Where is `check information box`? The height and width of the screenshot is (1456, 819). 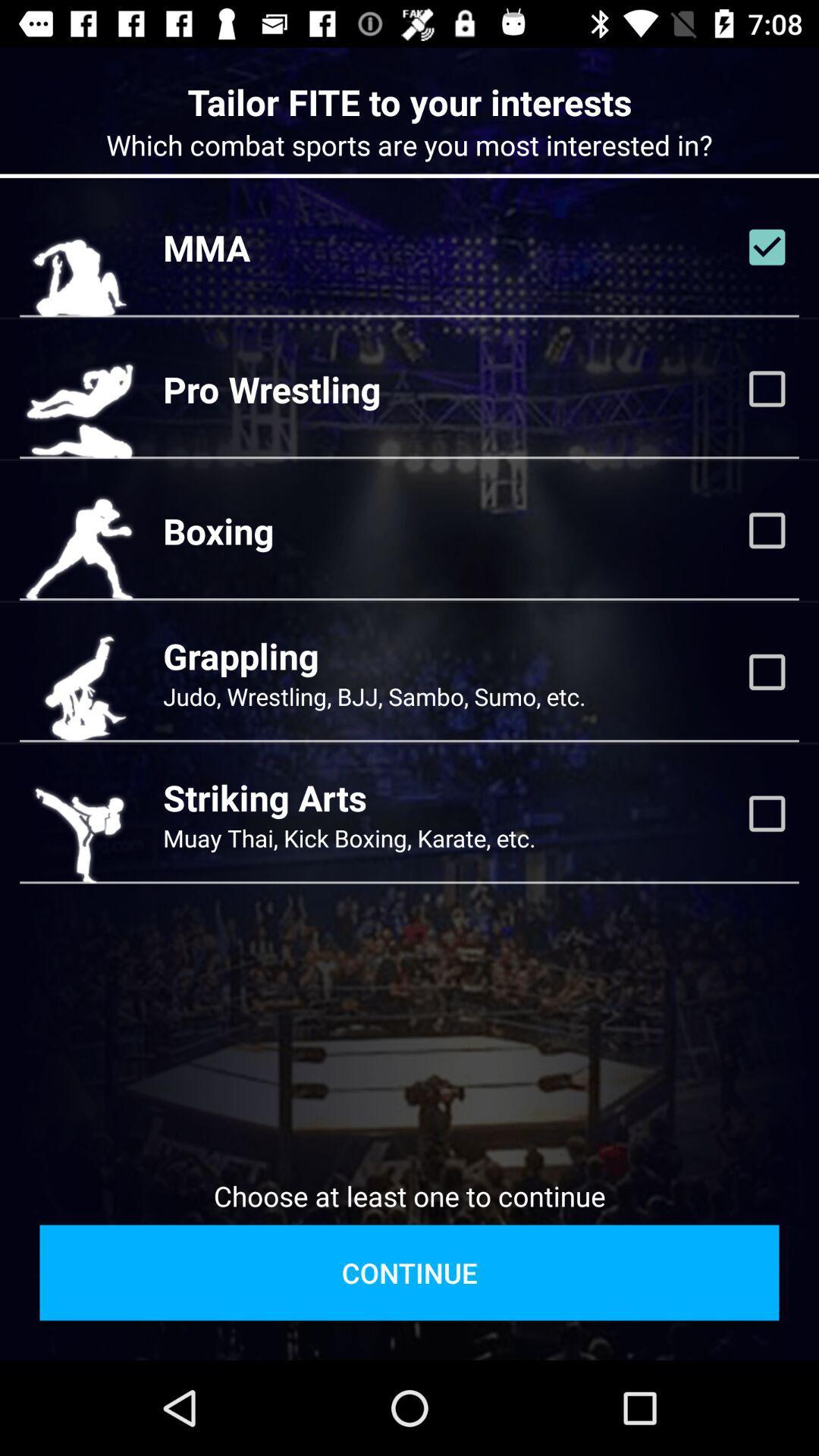
check information box is located at coordinates (767, 247).